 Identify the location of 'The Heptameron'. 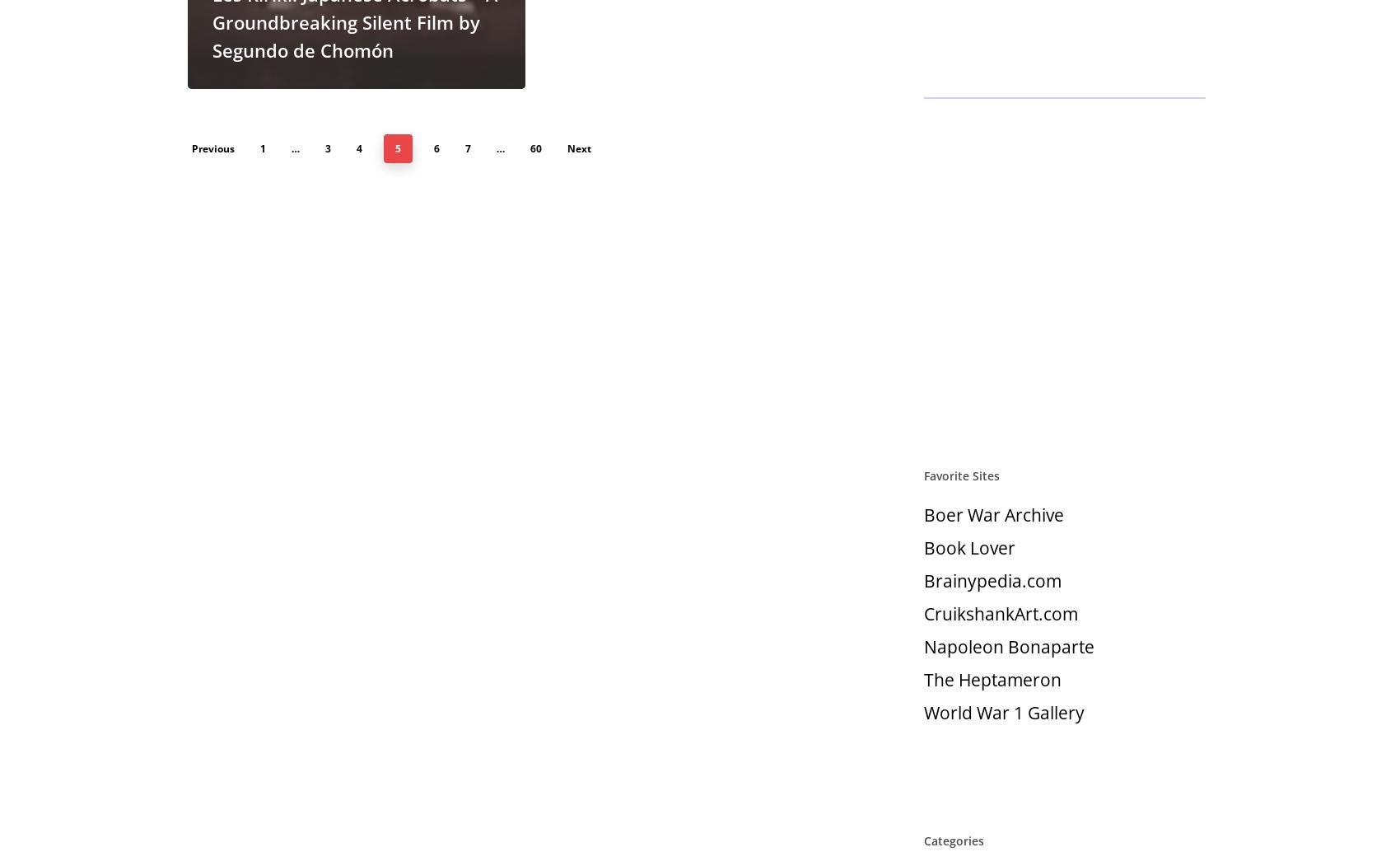
(992, 679).